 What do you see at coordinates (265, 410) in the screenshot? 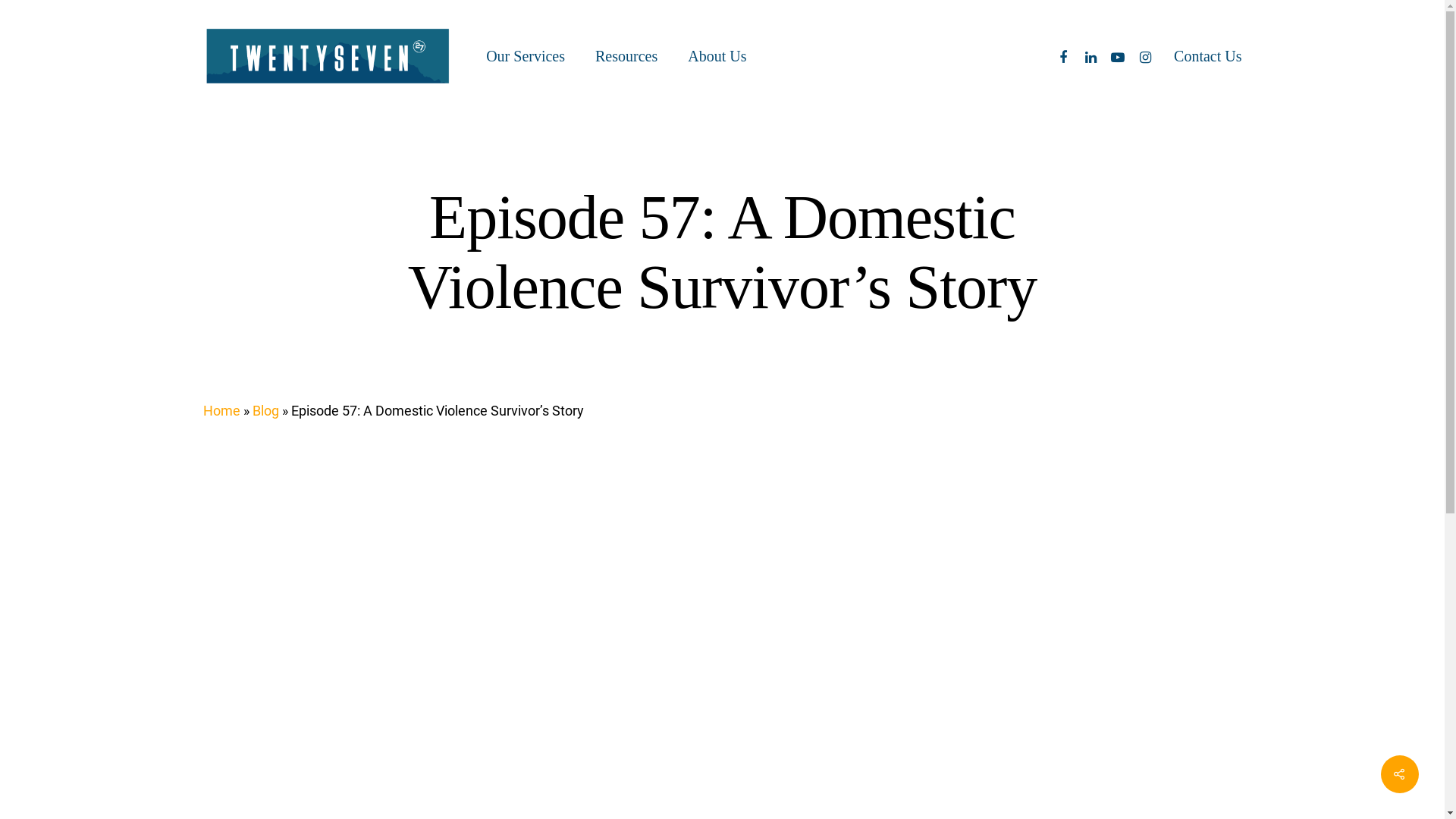
I see `'Blog'` at bounding box center [265, 410].